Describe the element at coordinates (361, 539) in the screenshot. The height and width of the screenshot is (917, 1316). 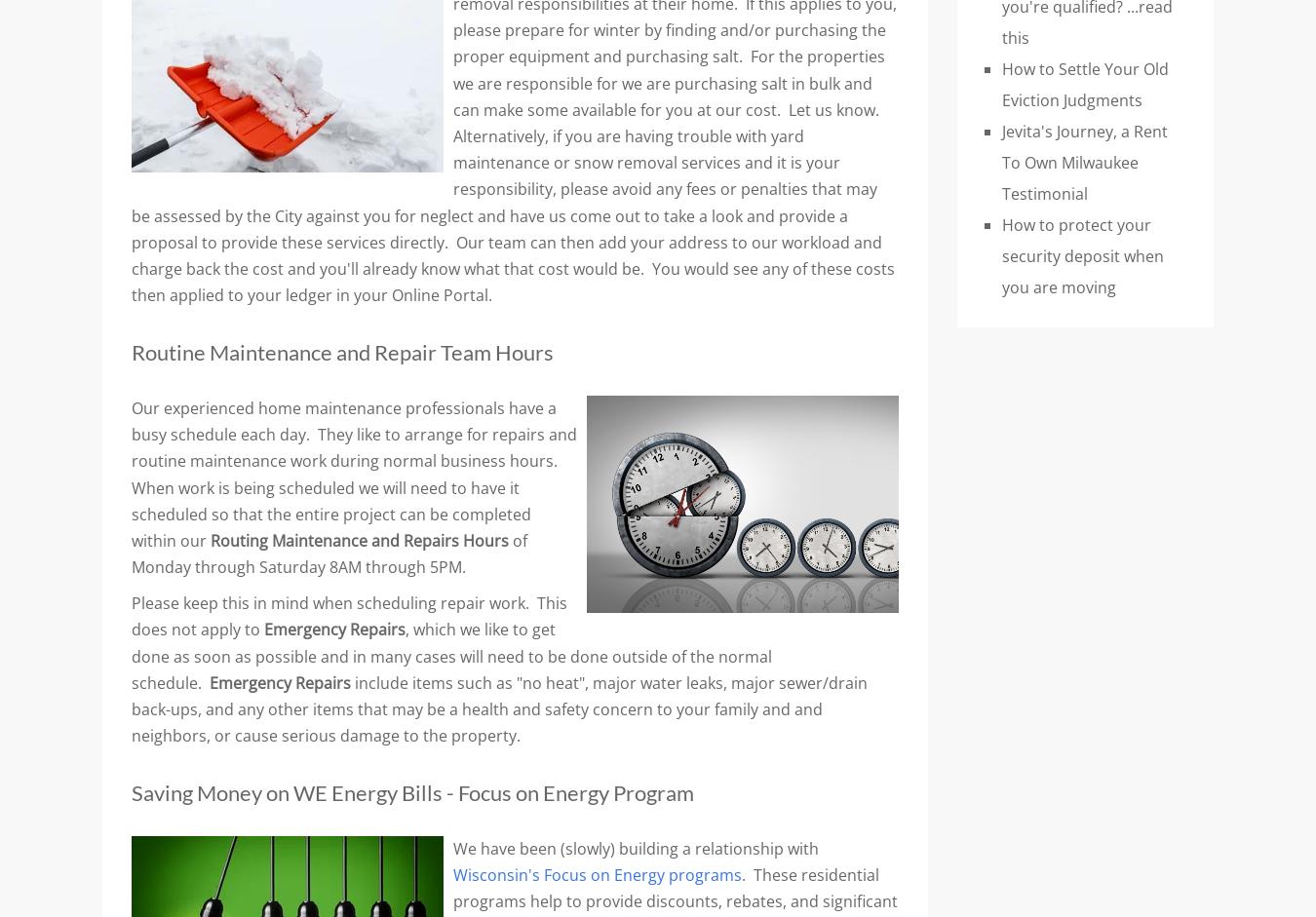
I see `'Routing Maintenance and Repairs Hours'` at that location.